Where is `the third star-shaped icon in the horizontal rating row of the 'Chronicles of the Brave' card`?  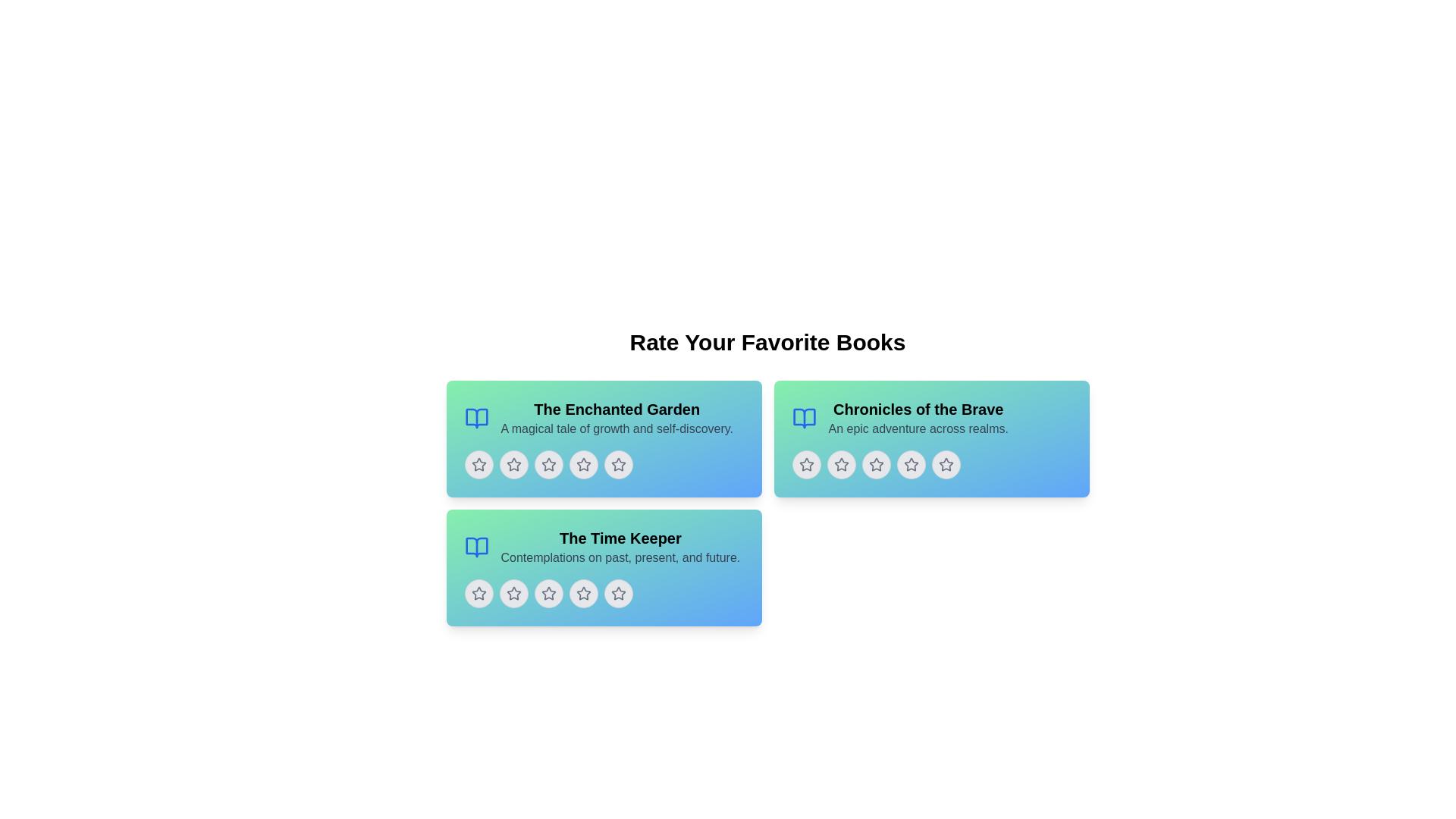 the third star-shaped icon in the horizontal rating row of the 'Chronicles of the Brave' card is located at coordinates (805, 463).